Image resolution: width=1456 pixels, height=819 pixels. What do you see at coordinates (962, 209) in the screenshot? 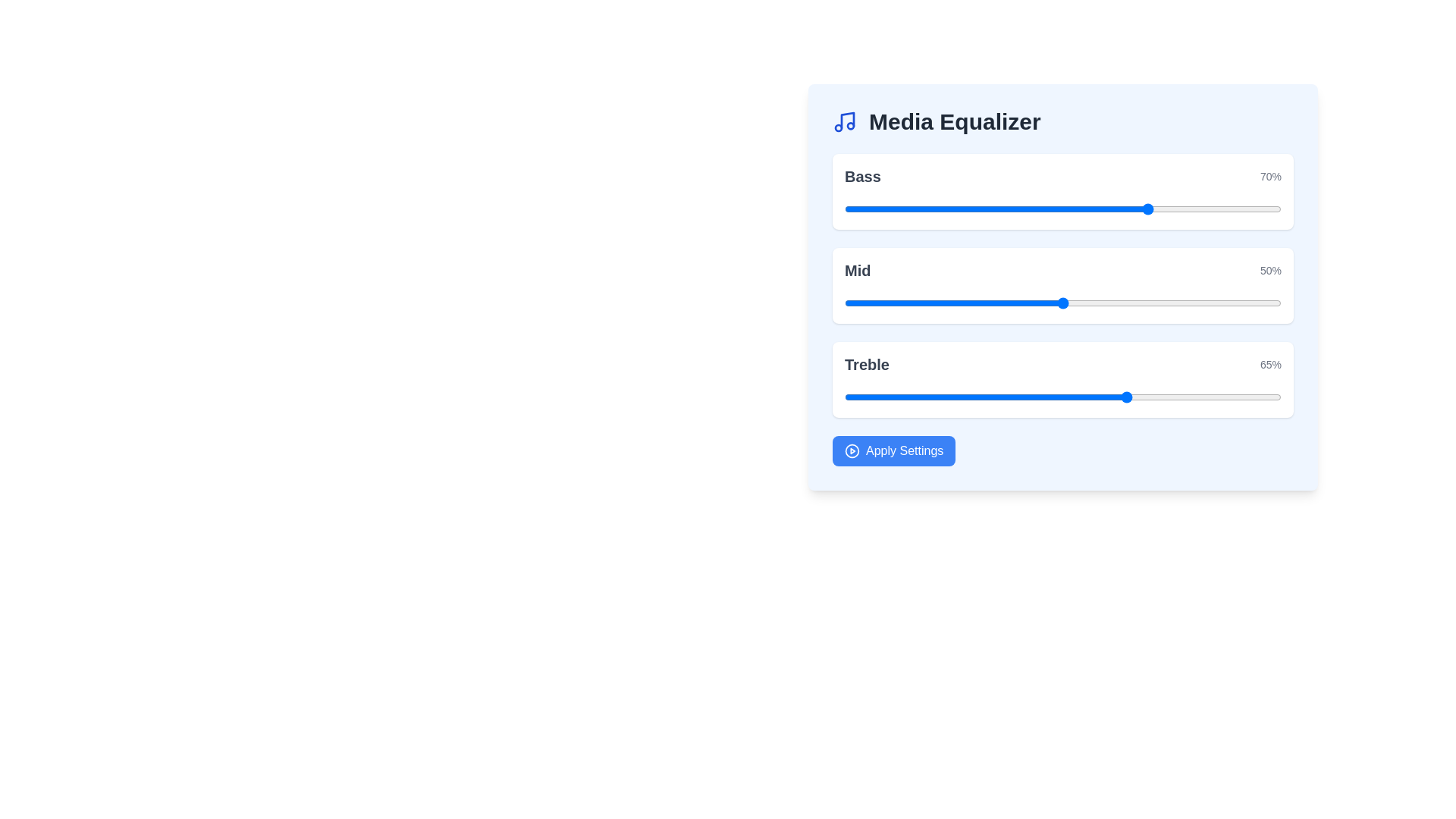
I see `the bass level` at bounding box center [962, 209].